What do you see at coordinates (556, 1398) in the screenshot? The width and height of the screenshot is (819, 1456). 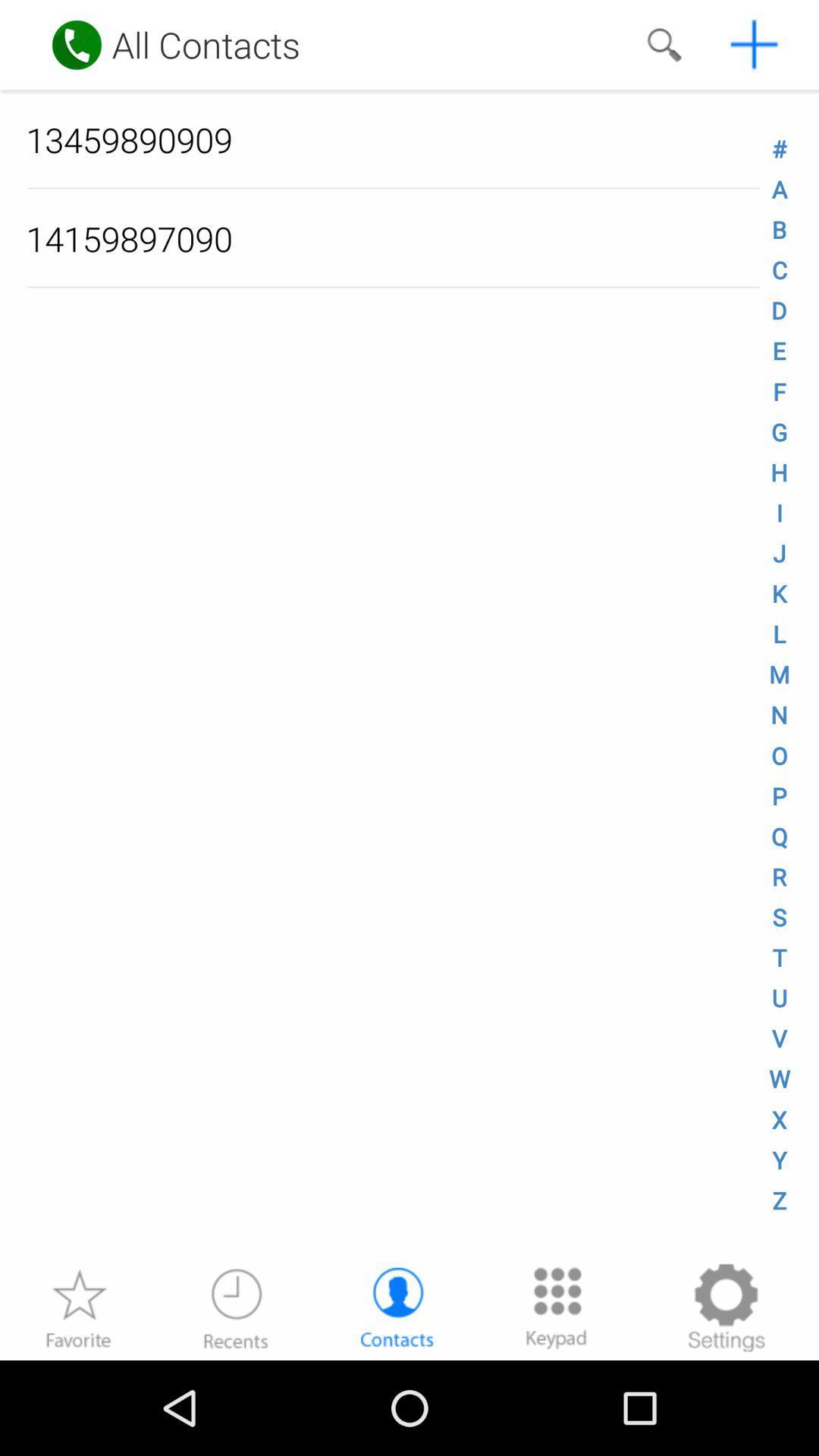 I see `the dialpad icon` at bounding box center [556, 1398].